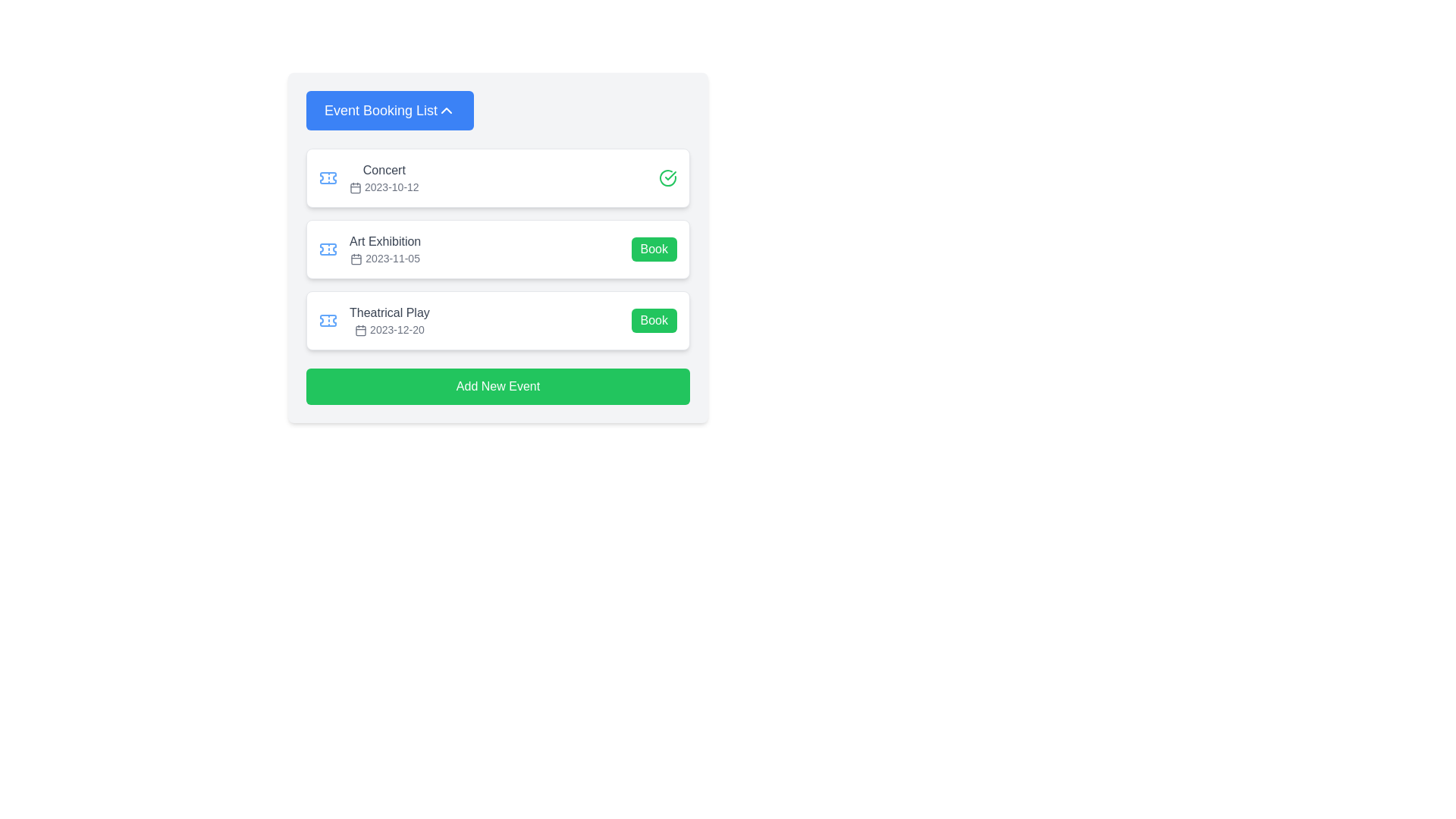 This screenshot has width=1456, height=819. I want to click on SVG rectangle element of the calendar icon for the 'Art Exhibition' event entry located to the left of the '2023-11-05' date in the second row of the event listing, so click(356, 259).